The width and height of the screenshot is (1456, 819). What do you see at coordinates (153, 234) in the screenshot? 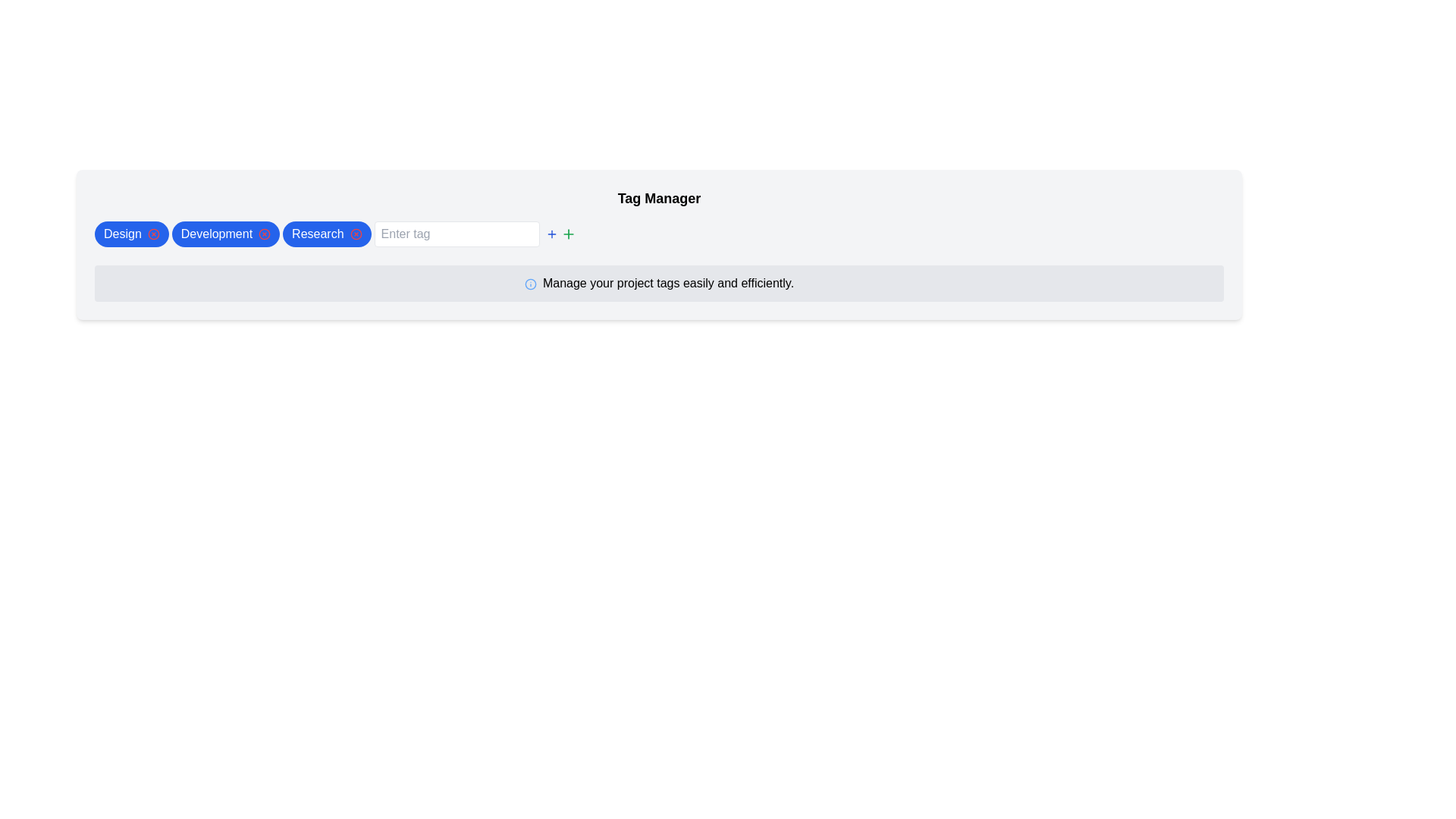
I see `the close or delete icon located within the 'Design' tag in the tag manager interface` at bounding box center [153, 234].